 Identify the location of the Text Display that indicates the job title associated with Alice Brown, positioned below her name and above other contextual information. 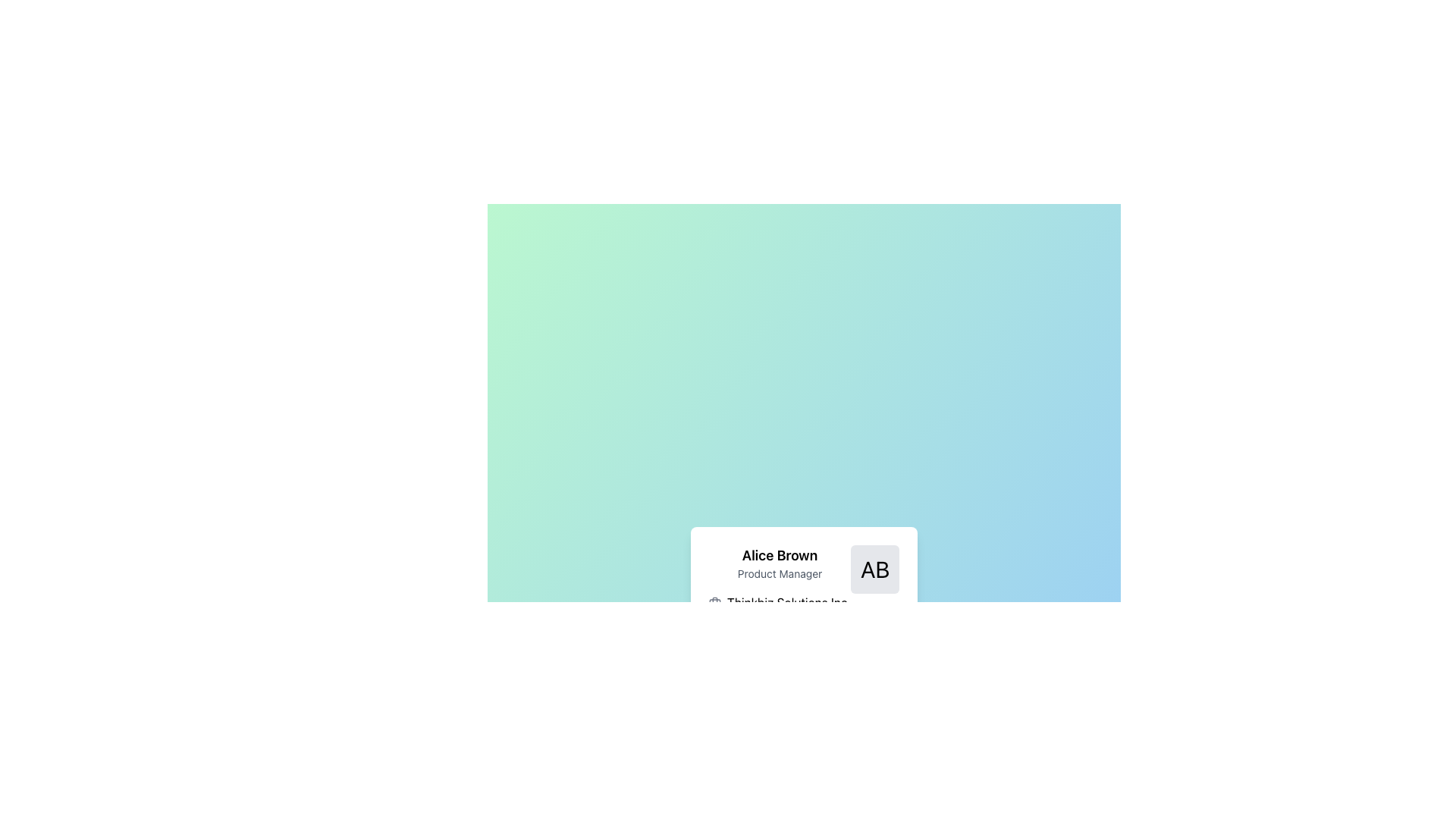
(780, 573).